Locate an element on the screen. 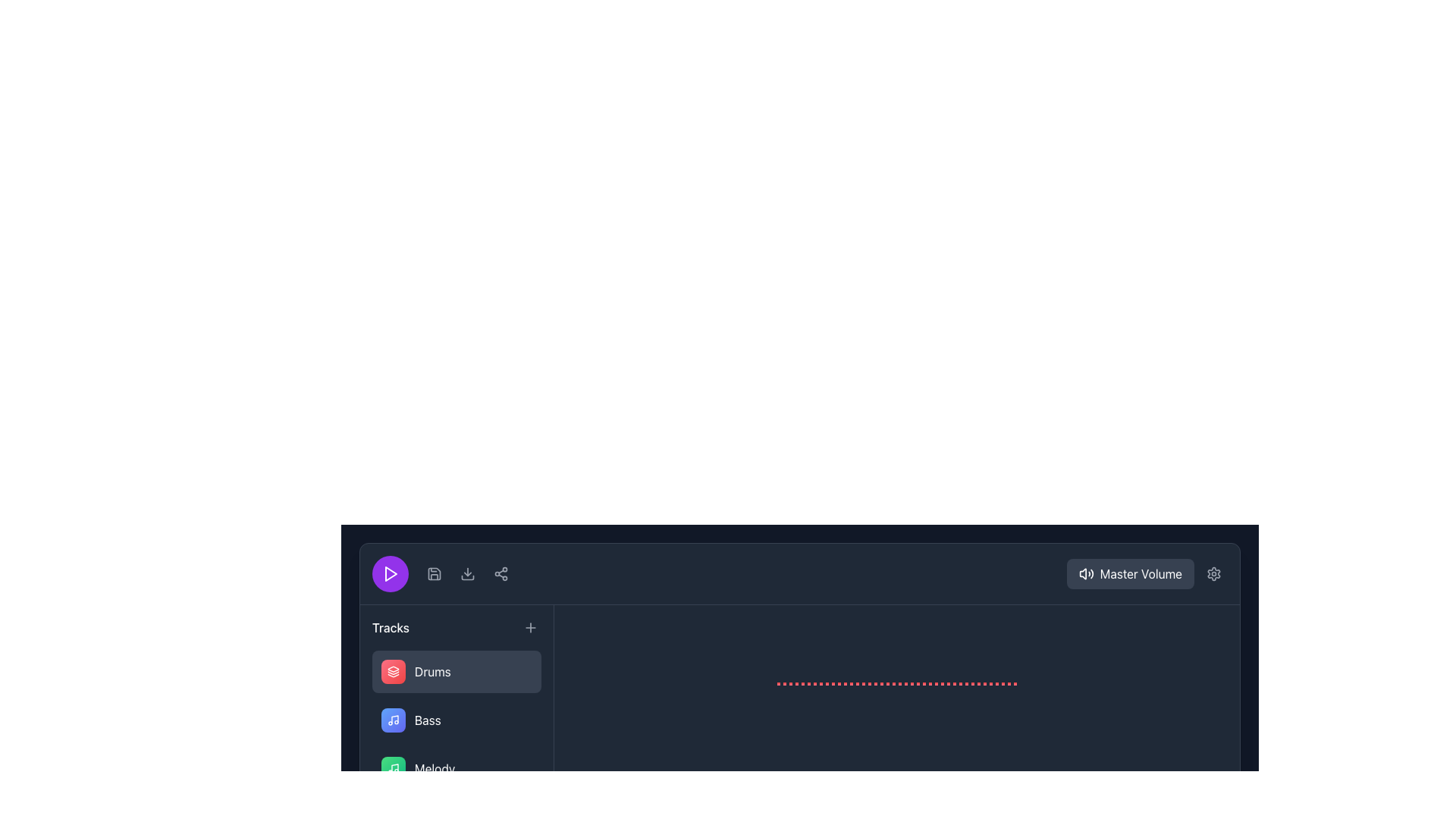 This screenshot has width=1456, height=819. the 'Melody' icon located in the left sidebar under the 'Tracks' section, immediately following the 'Bass' entry is located at coordinates (393, 769).